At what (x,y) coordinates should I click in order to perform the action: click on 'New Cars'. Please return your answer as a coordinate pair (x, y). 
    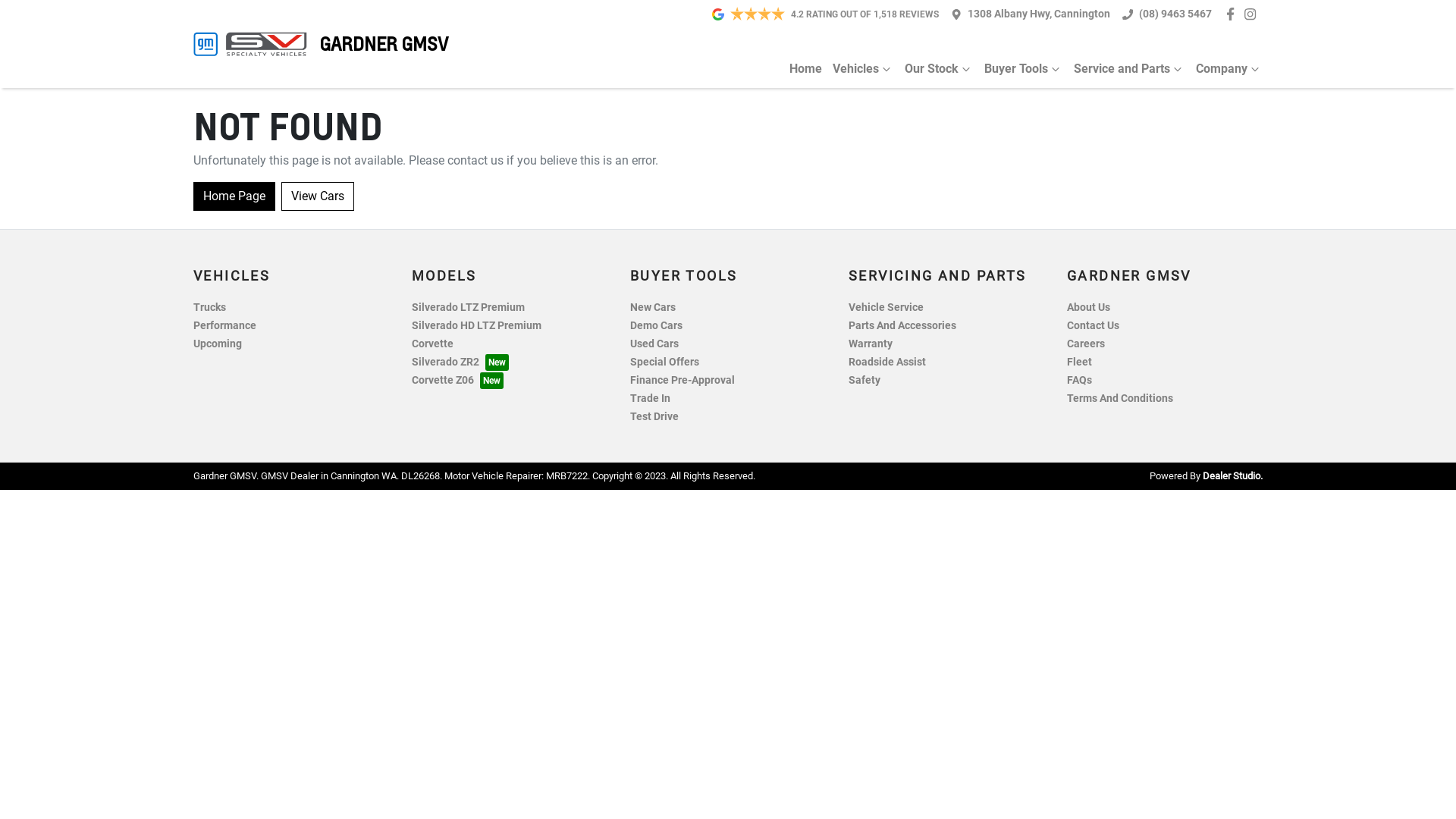
    Looking at the image, I should click on (652, 307).